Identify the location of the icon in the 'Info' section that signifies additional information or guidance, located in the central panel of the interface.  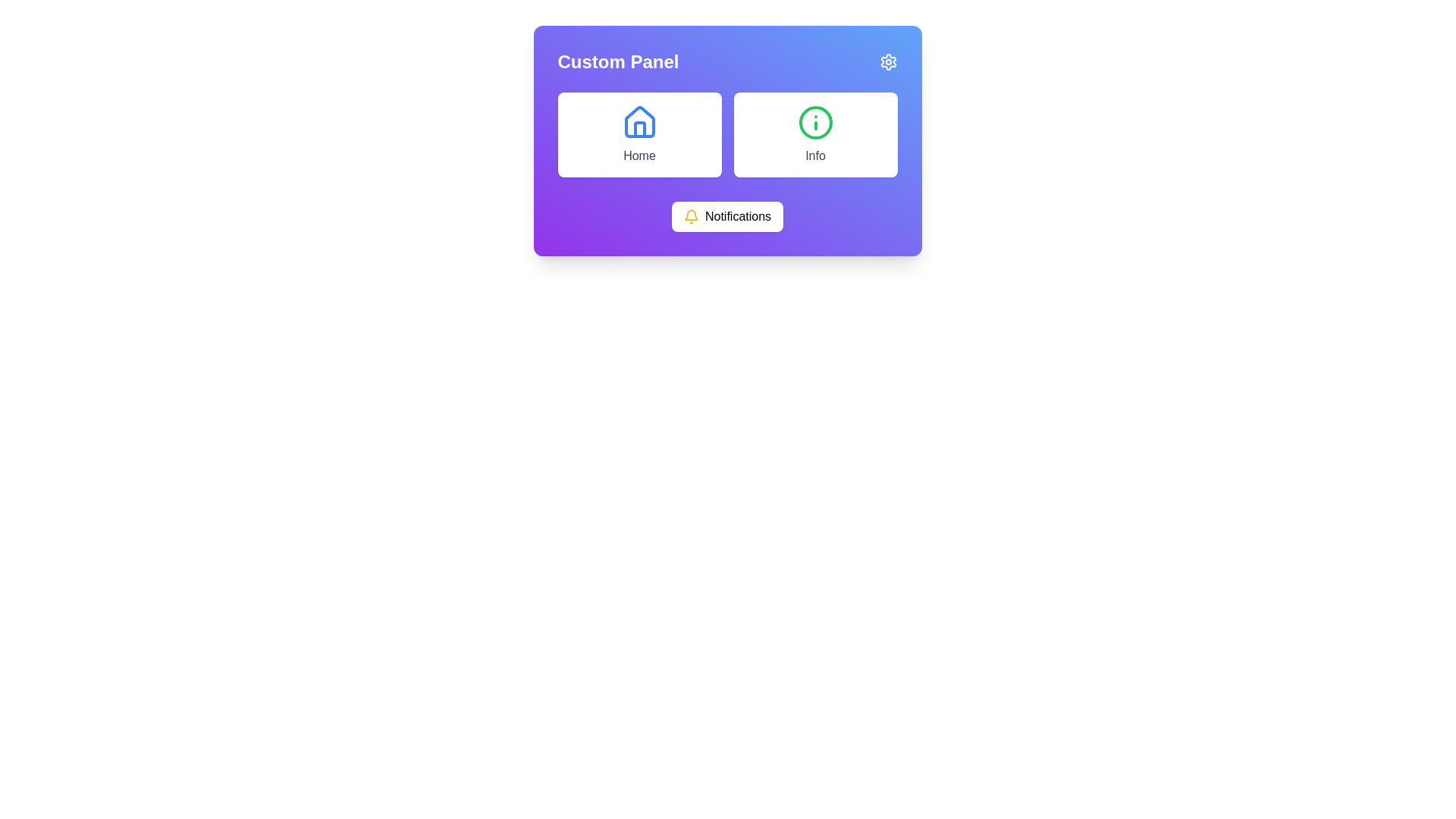
(814, 122).